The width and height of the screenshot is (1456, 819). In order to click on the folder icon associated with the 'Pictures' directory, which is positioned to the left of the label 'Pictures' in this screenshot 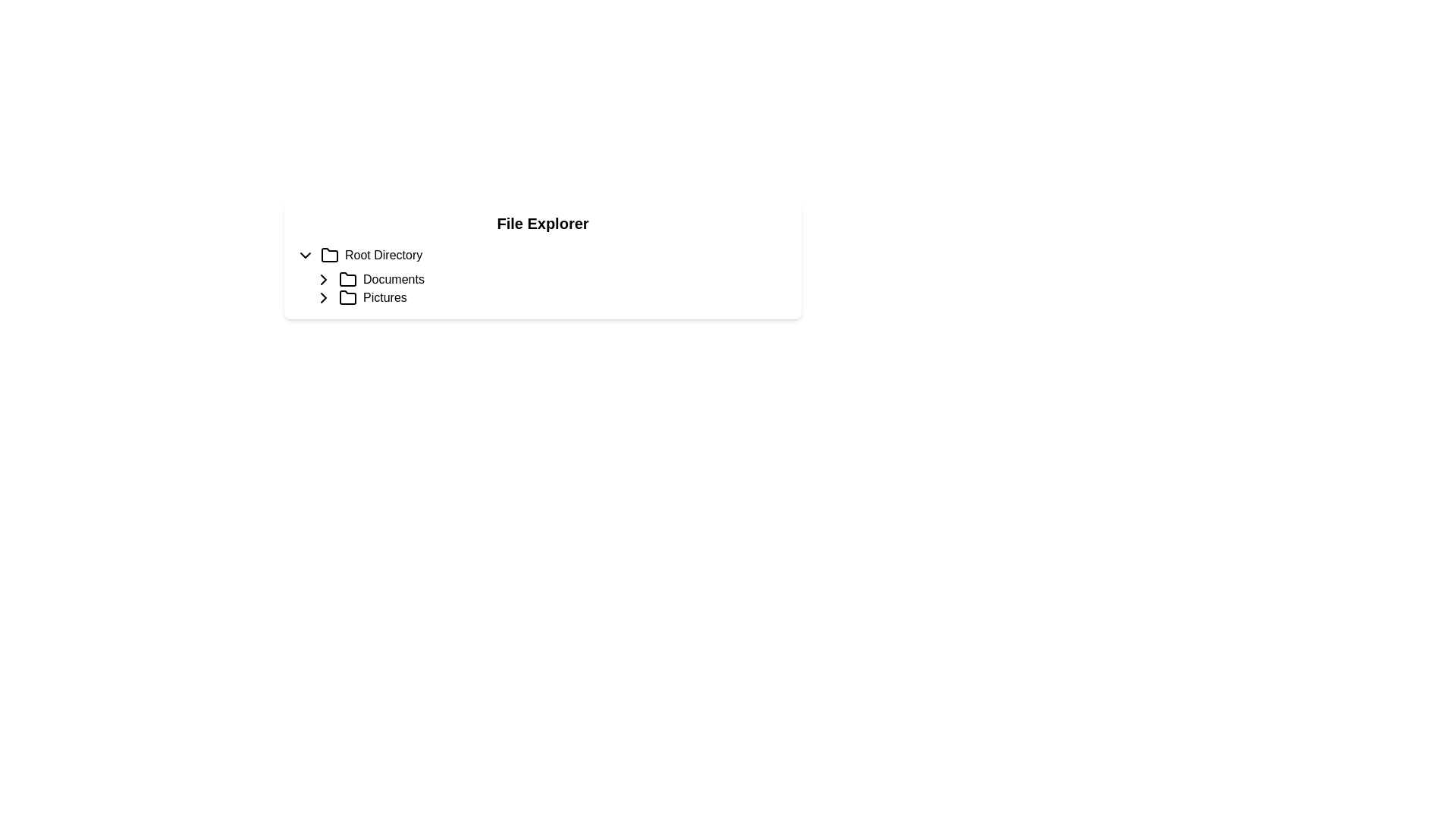, I will do `click(347, 298)`.